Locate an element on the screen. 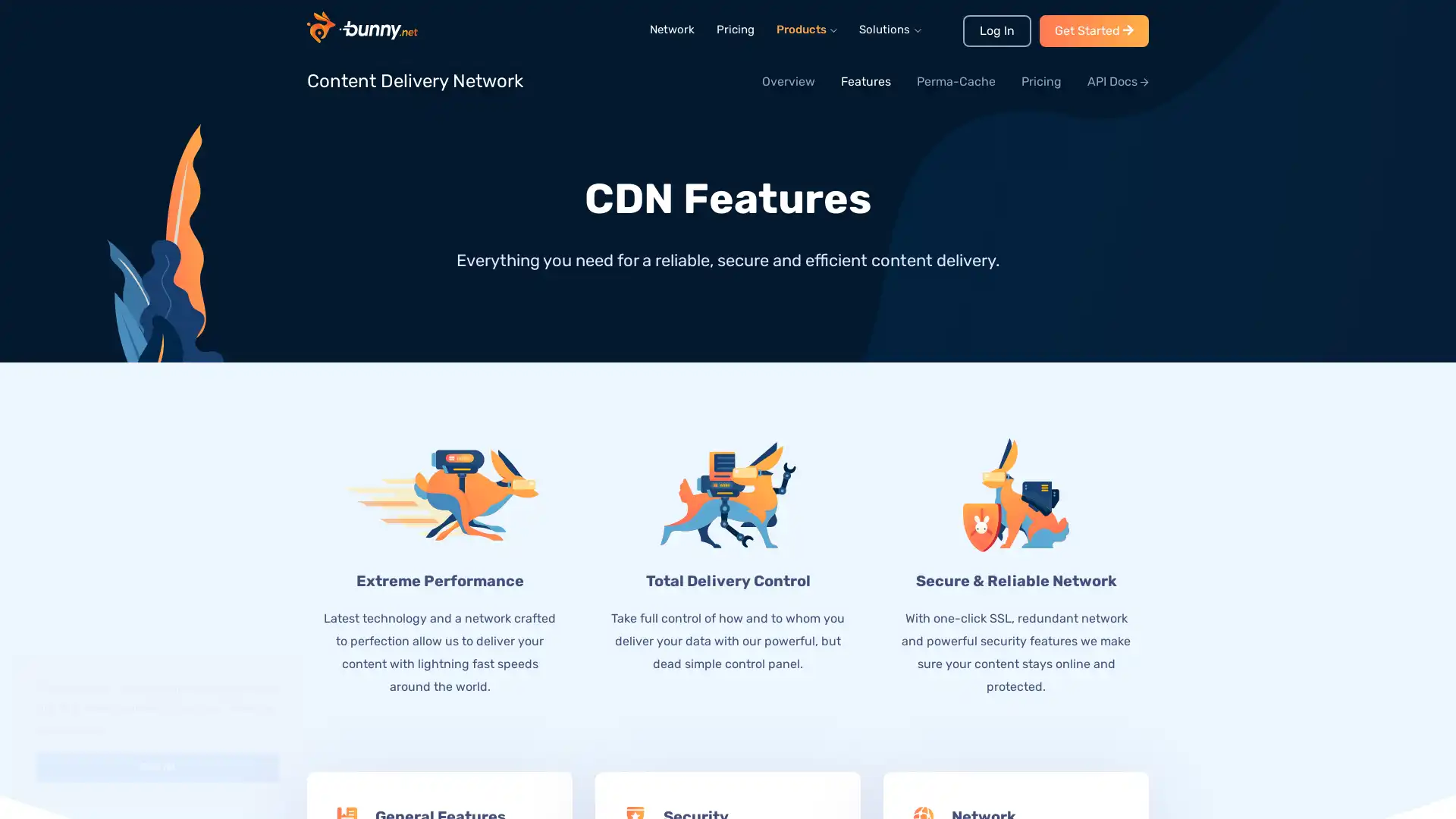 The width and height of the screenshot is (1456, 819). learn more about cookies is located at coordinates (70, 727).